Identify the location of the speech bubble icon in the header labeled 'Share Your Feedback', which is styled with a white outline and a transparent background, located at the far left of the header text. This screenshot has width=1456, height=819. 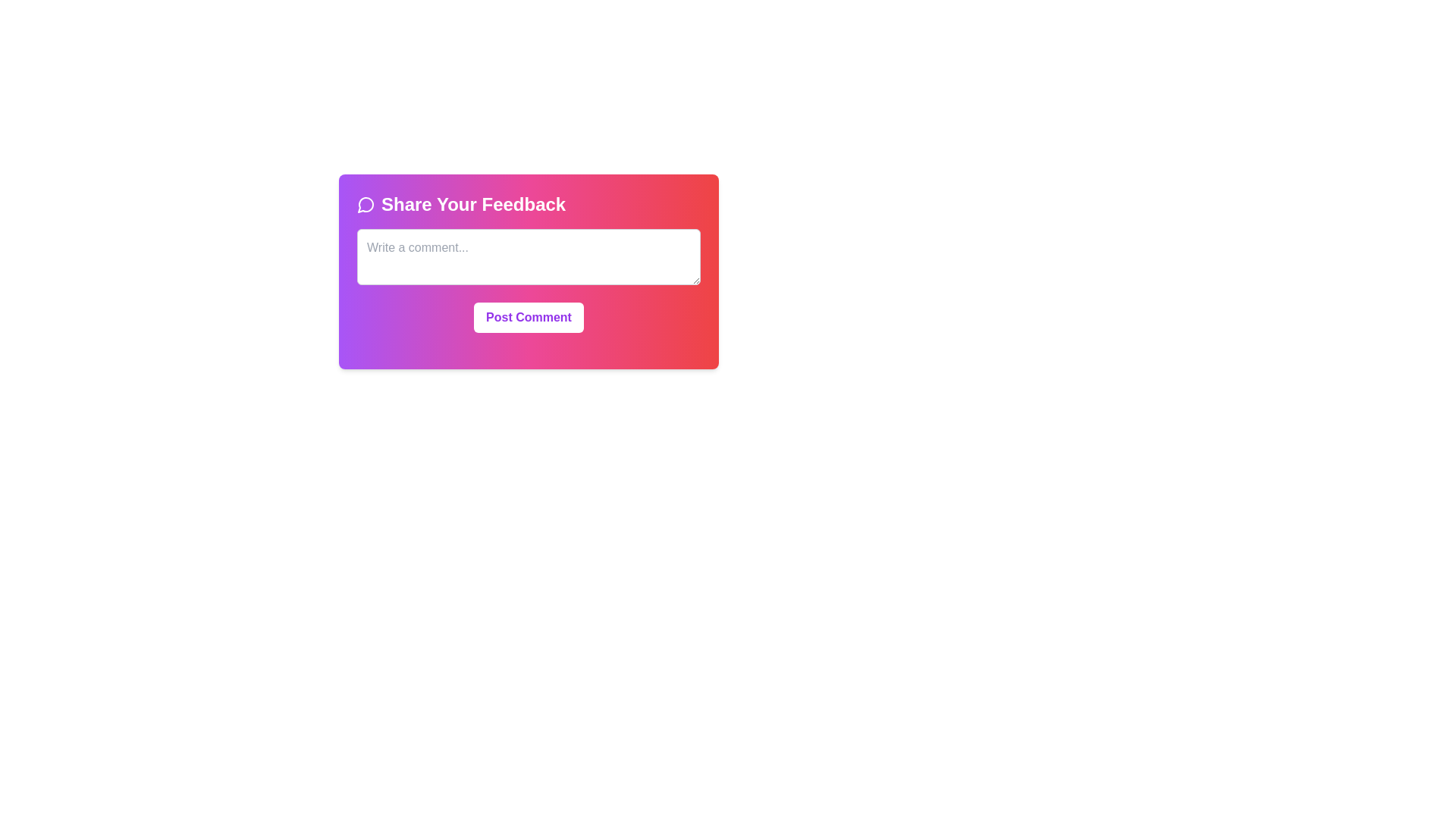
(366, 205).